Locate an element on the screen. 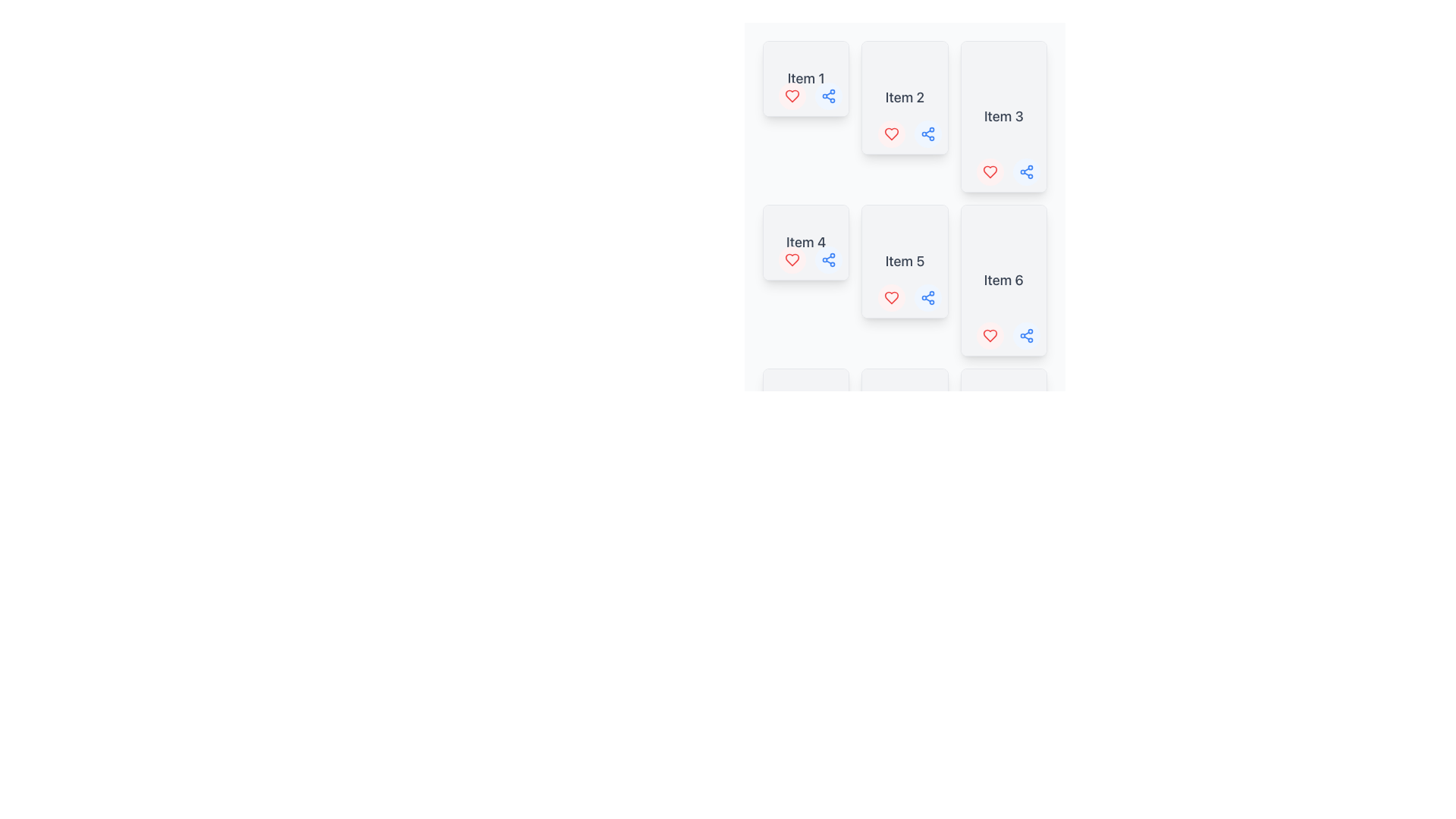  the share icon, which is a blue icon with three interconnected circles, located below 'Item 3' and aligned with a heart icon is located at coordinates (1026, 171).